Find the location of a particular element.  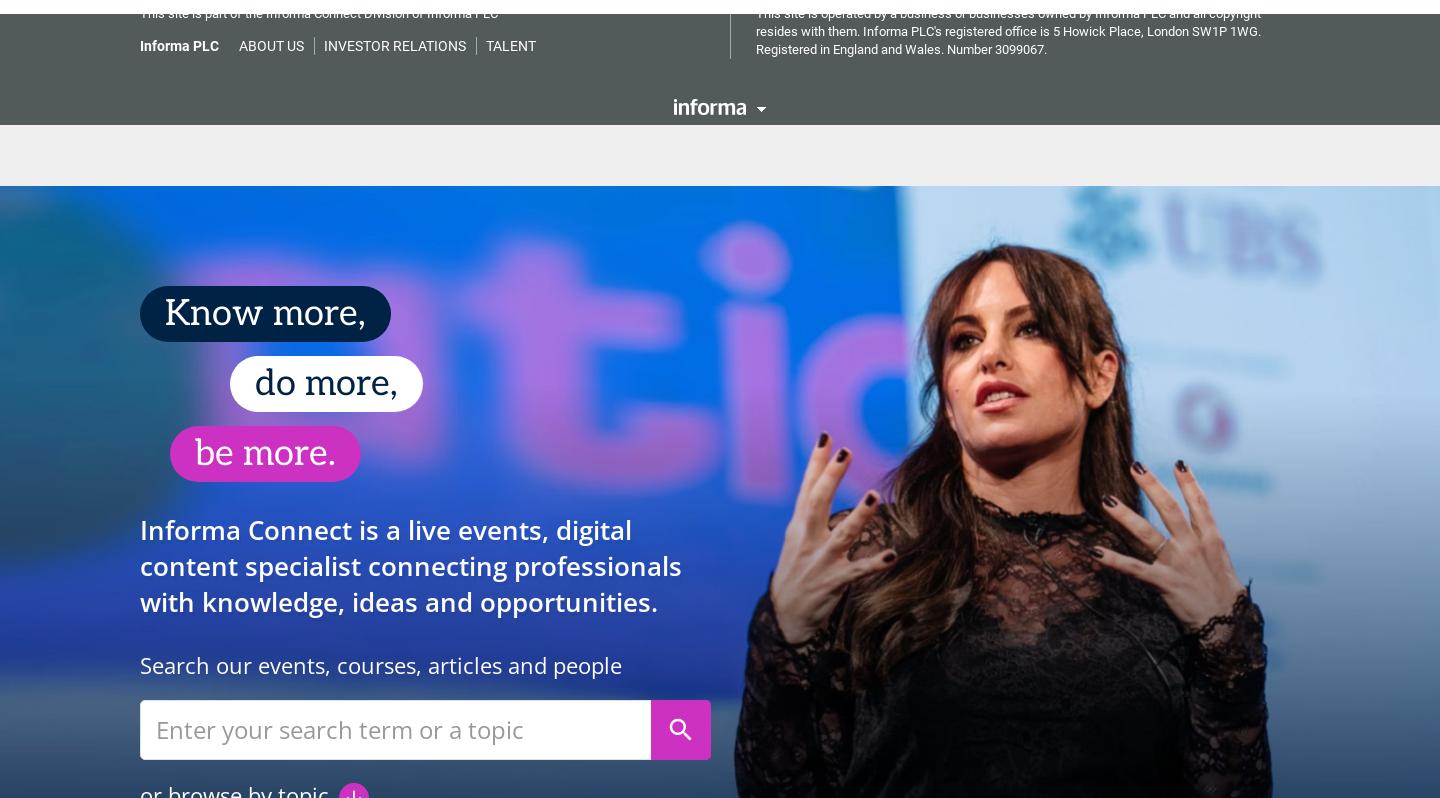

'Sustainability' is located at coordinates (729, 140).